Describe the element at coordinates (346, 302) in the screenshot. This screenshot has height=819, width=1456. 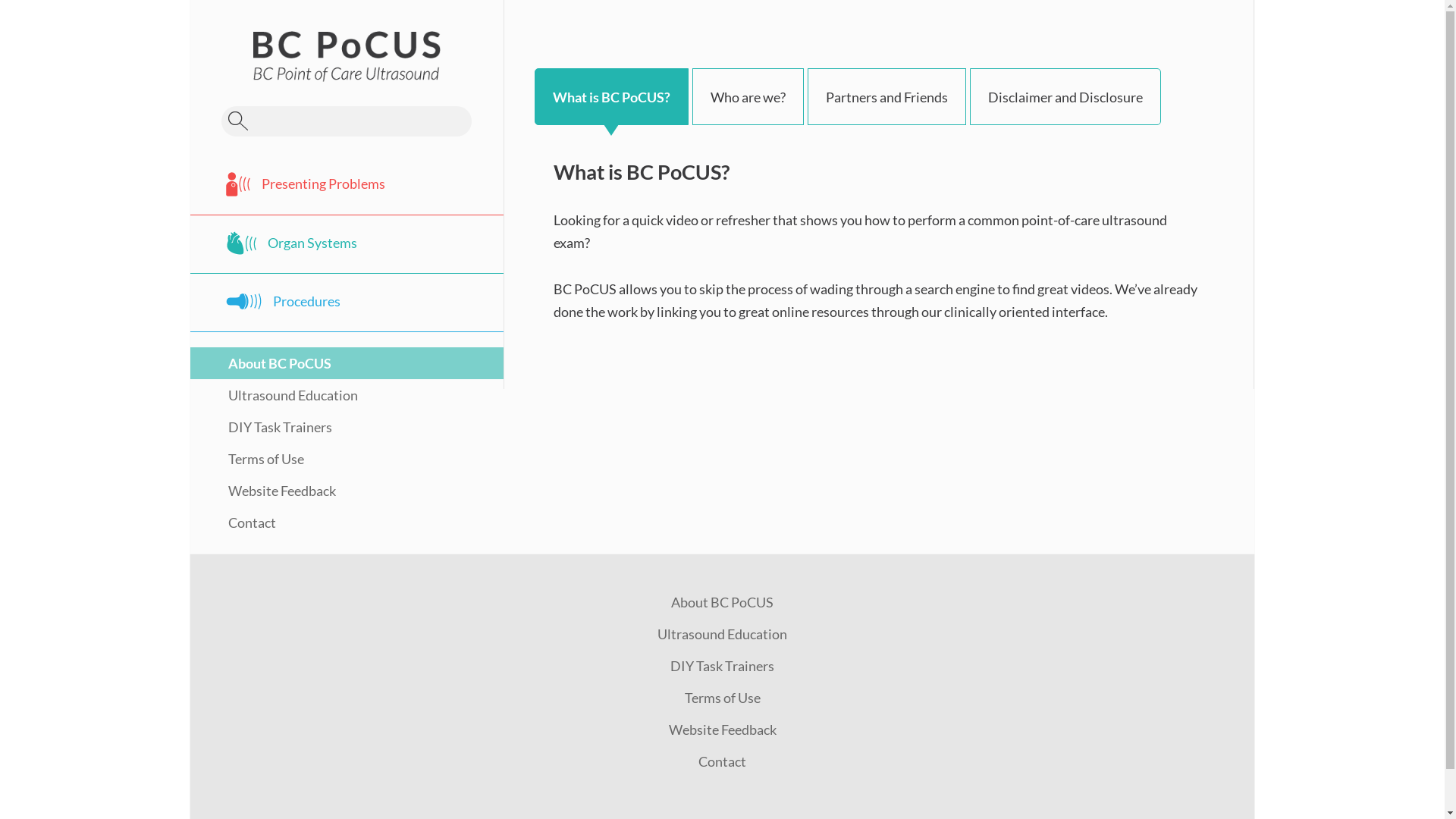
I see `'Procedures'` at that location.